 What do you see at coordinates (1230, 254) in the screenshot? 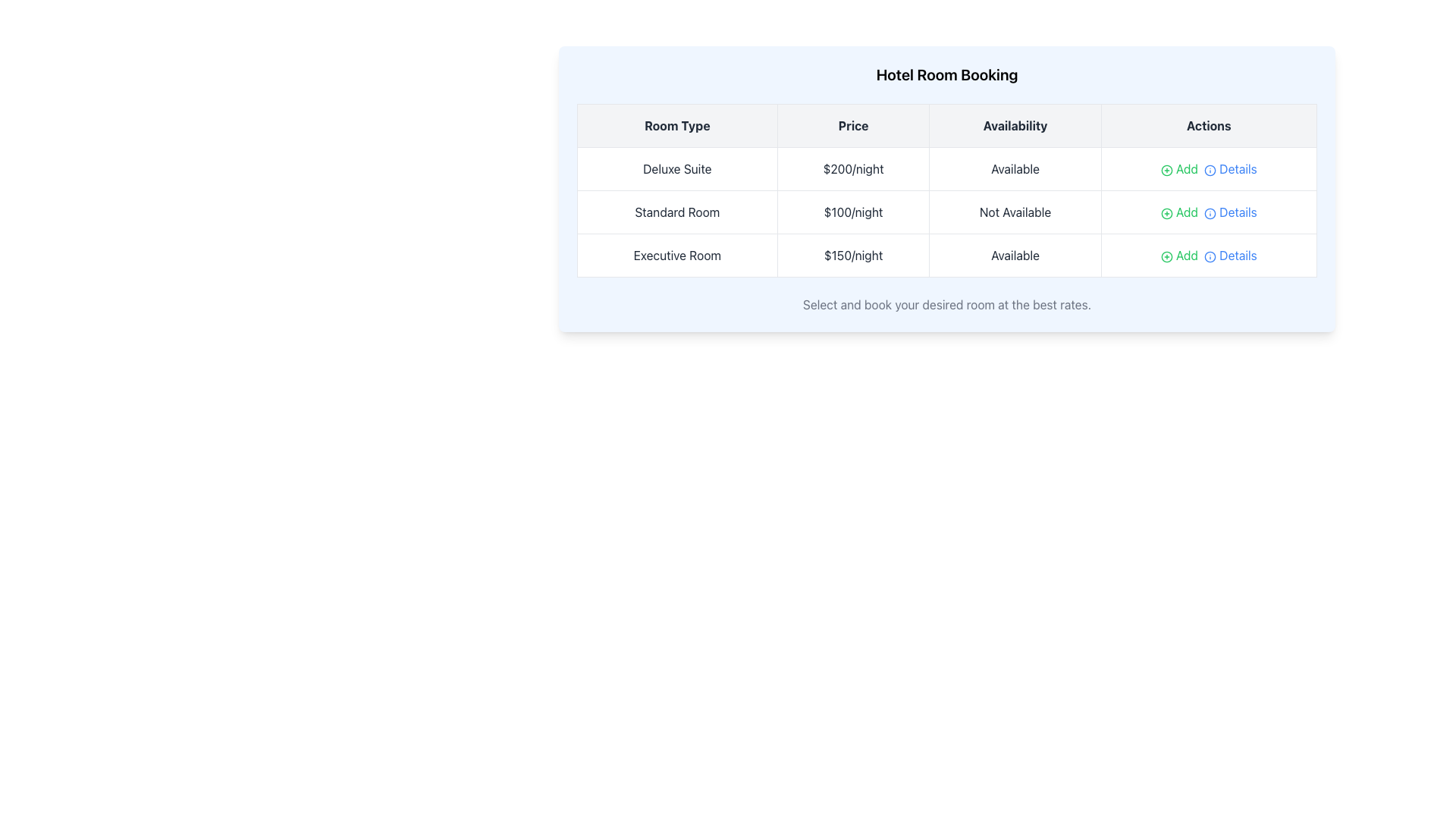
I see `the 'Details' button in the 'Actions' column of the table, which is styled in blue and located in the 'Executive Room' row` at bounding box center [1230, 254].